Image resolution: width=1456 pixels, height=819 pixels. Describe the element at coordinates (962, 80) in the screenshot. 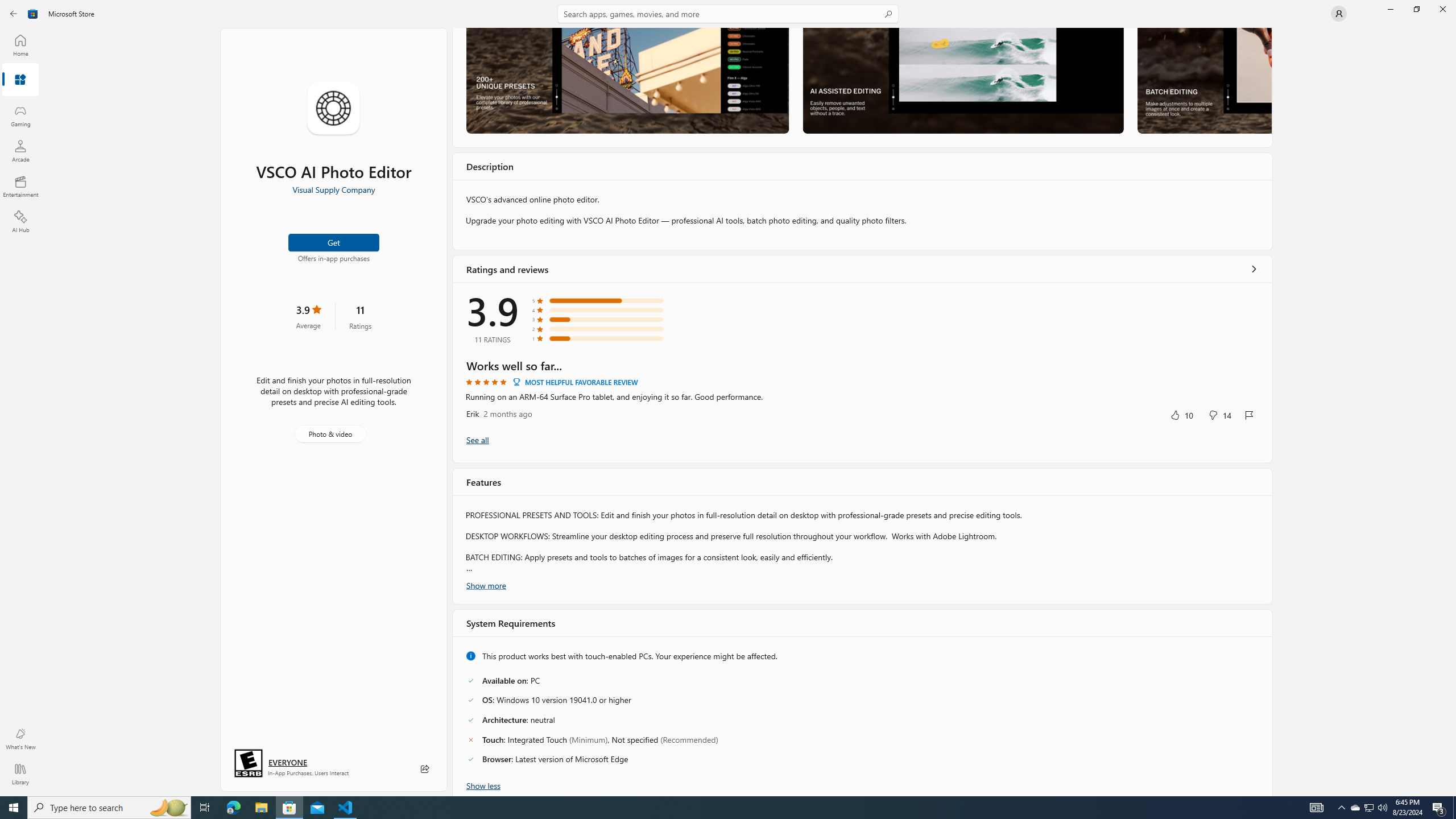

I see `'Screenshot 2'` at that location.